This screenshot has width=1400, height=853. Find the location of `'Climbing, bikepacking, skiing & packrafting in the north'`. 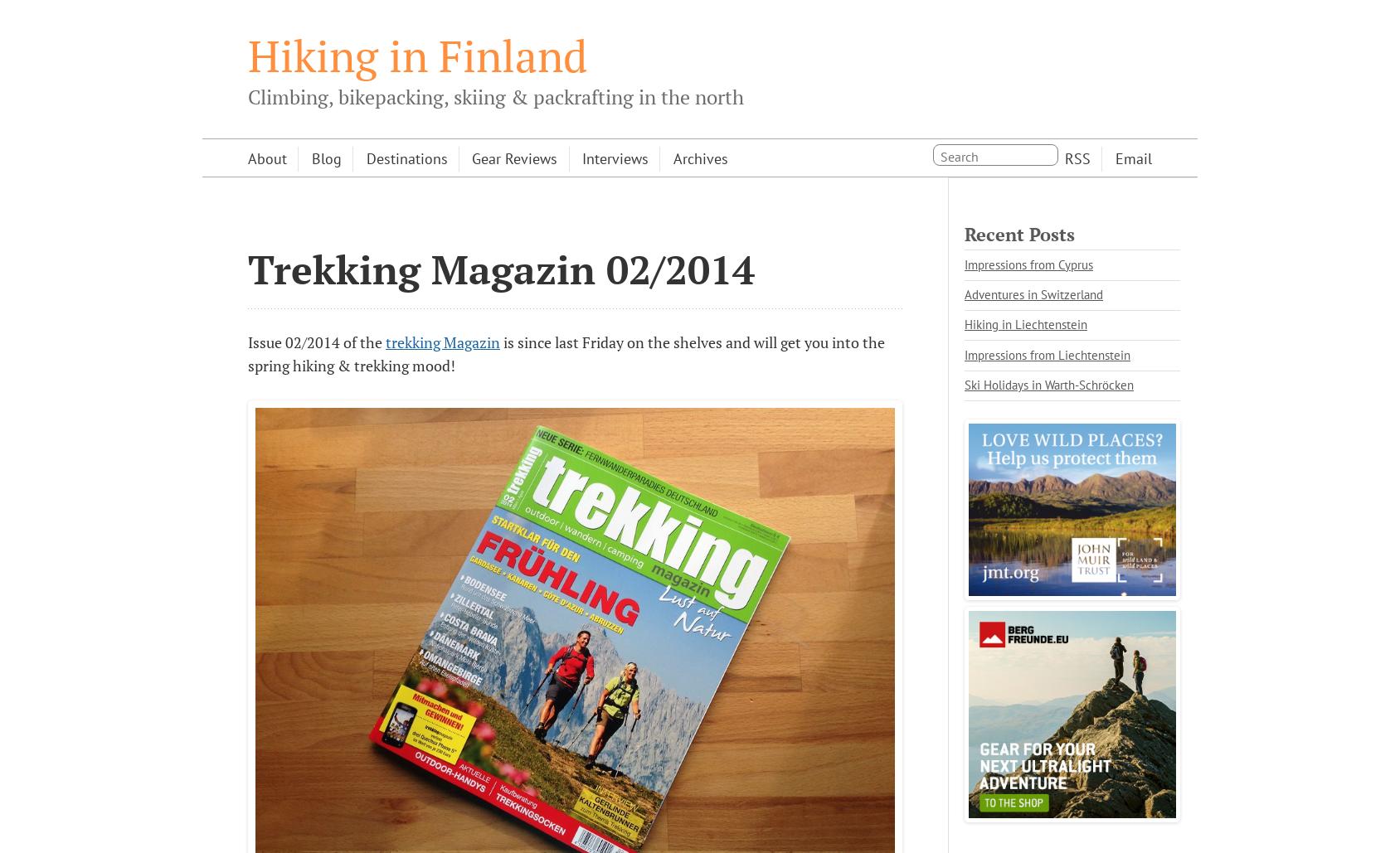

'Climbing, bikepacking, skiing & packrafting in the north' is located at coordinates (246, 95).